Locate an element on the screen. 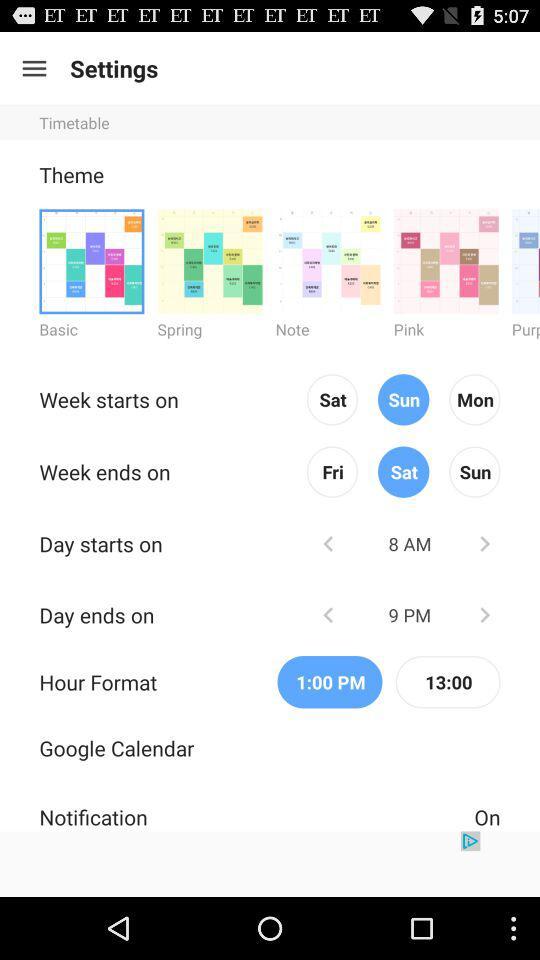 The width and height of the screenshot is (540, 960). the menu icon is located at coordinates (33, 73).